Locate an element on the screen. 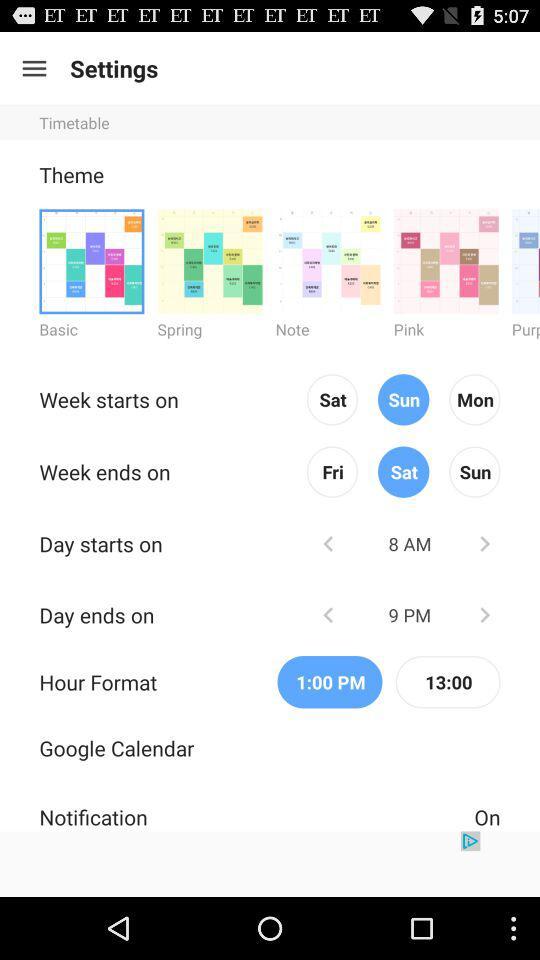 The width and height of the screenshot is (540, 960). the menu icon is located at coordinates (33, 73).